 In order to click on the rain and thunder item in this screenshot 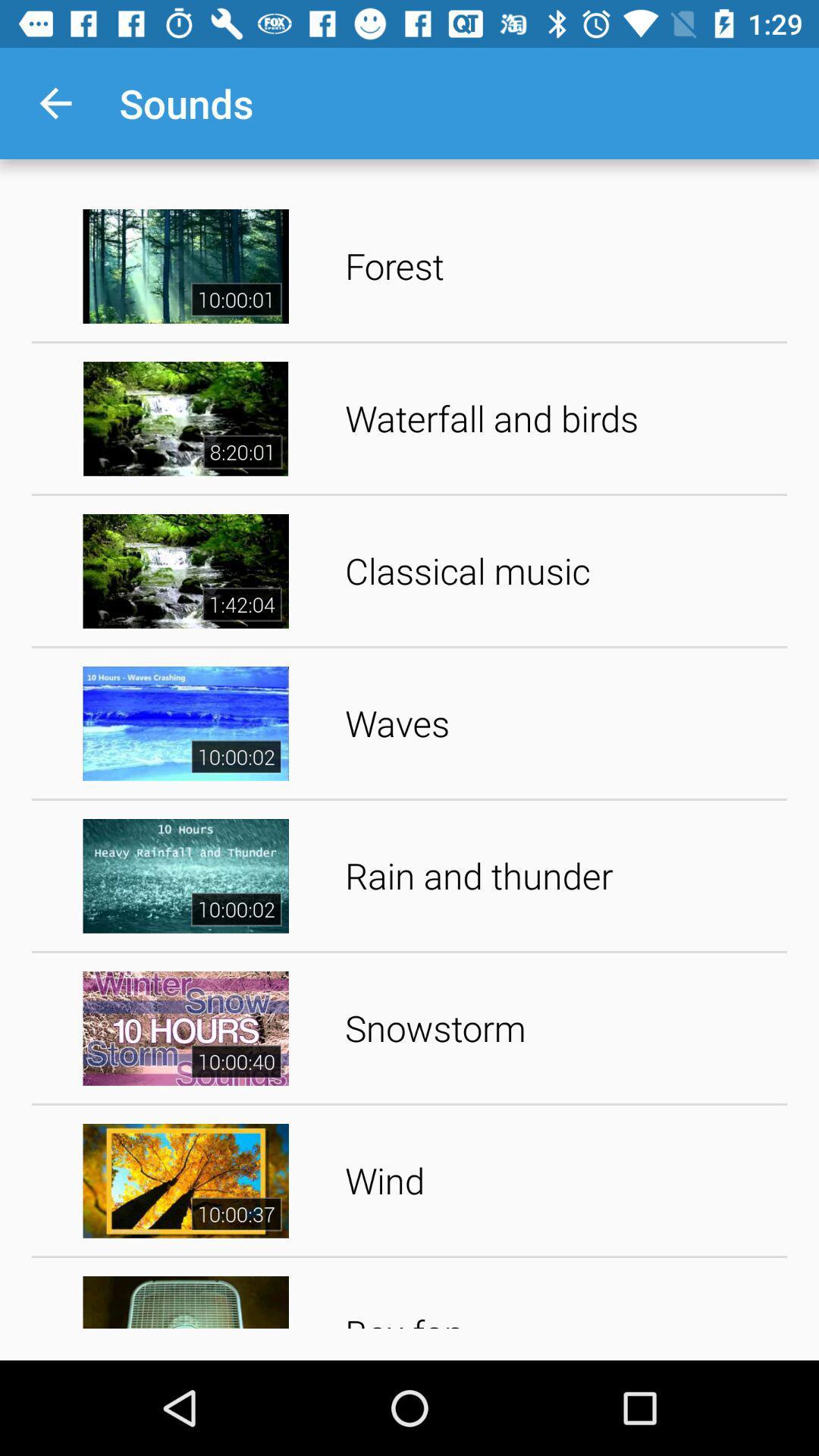, I will do `click(560, 876)`.